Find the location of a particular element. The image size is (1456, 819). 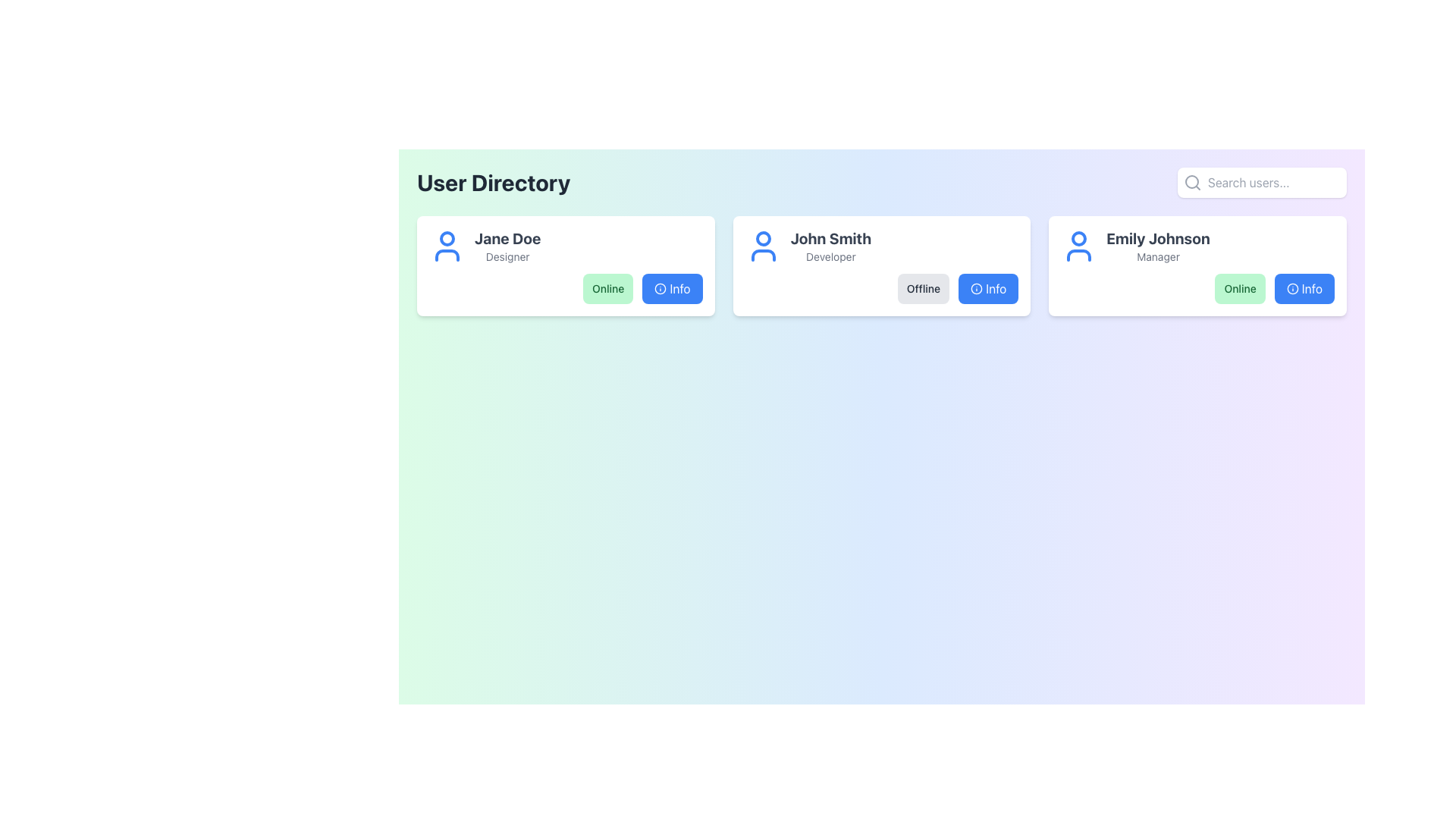

the text block containing 'John Smith' and 'Developer' in the second user card of the user directory interface is located at coordinates (830, 245).